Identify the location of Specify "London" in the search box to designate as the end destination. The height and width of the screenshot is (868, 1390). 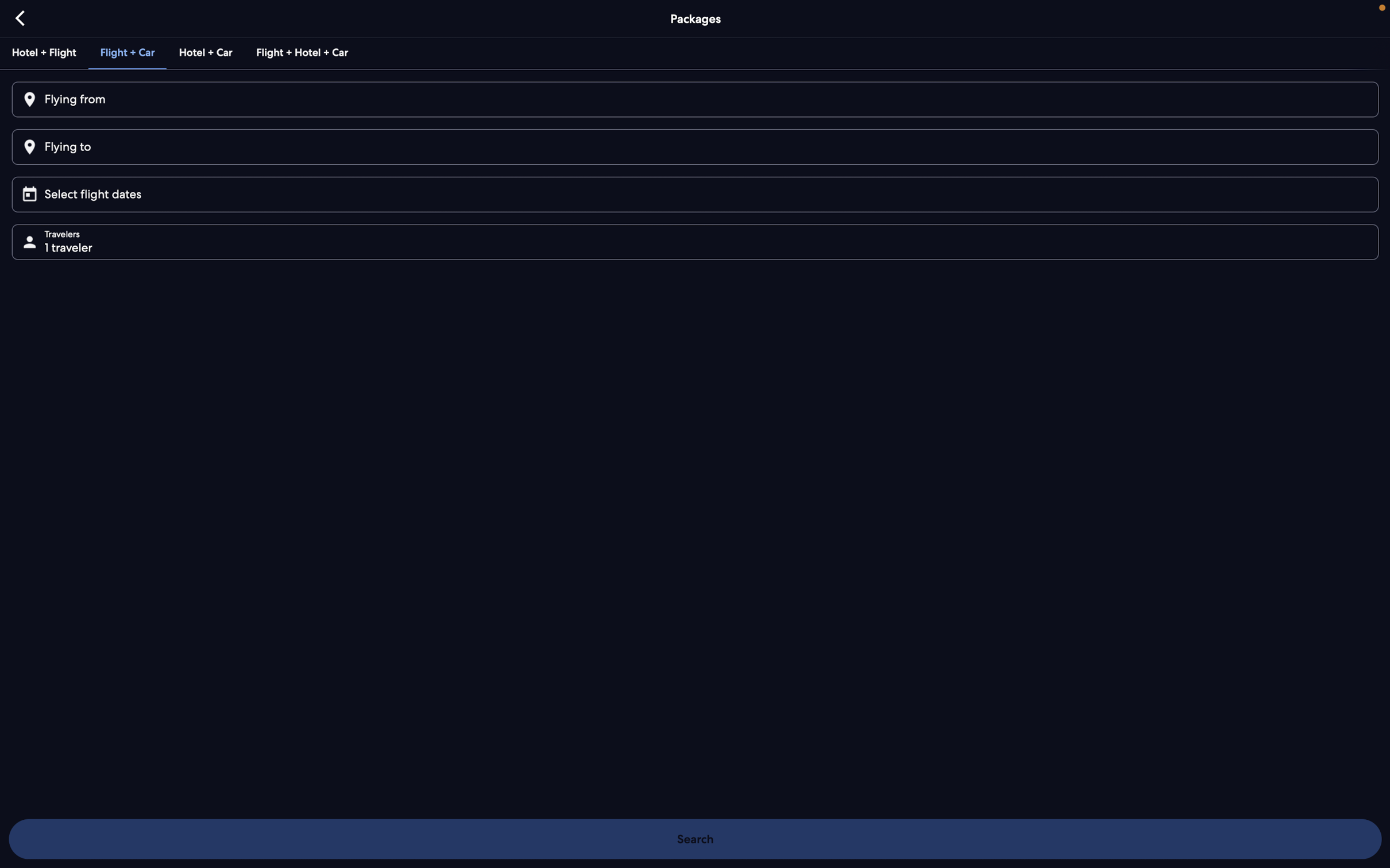
(693, 146).